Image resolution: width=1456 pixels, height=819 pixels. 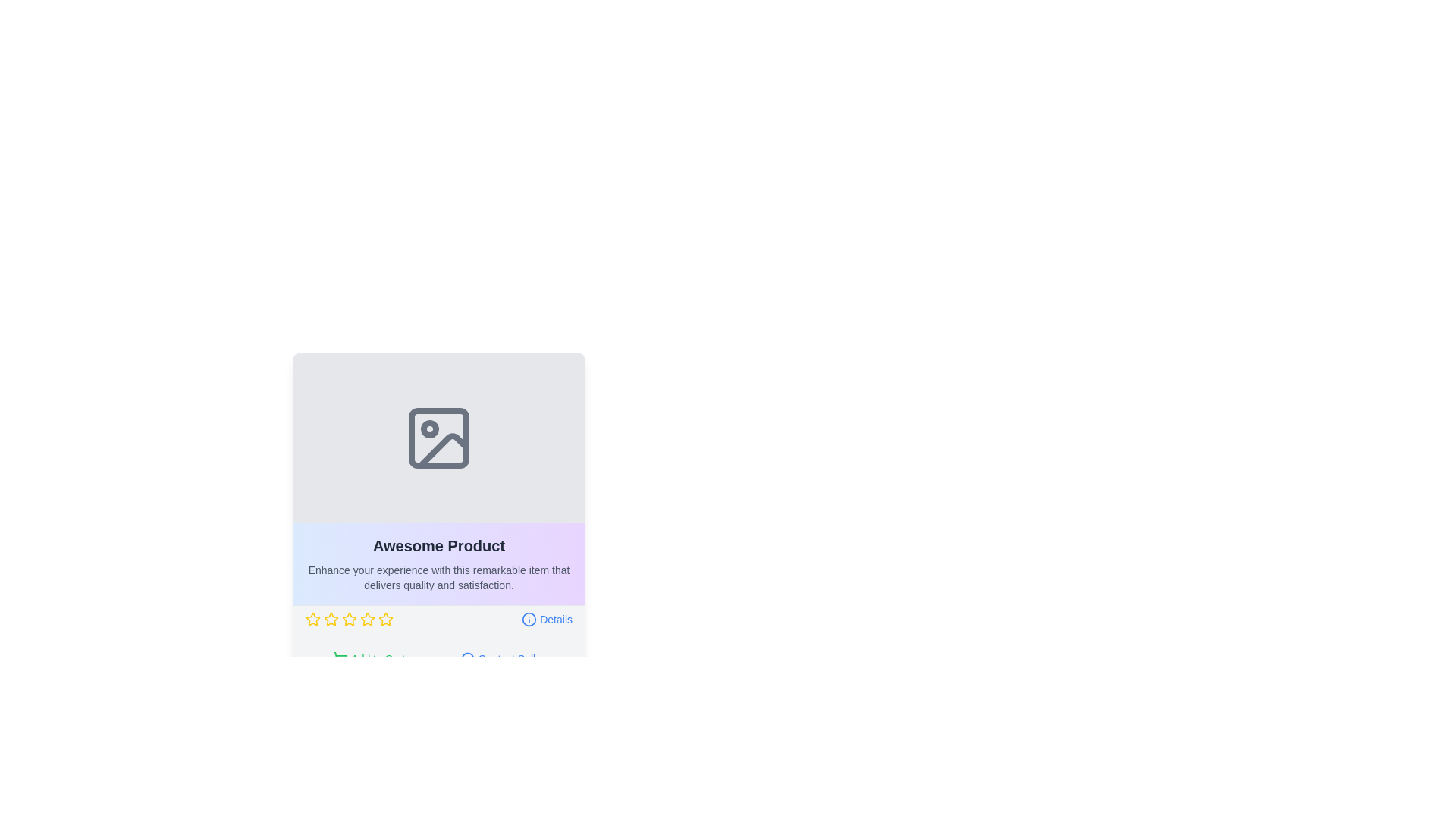 I want to click on Decorative SVG element located at the top center of the product display card interface, which serves as a geometric distinction in the design, so click(x=438, y=438).